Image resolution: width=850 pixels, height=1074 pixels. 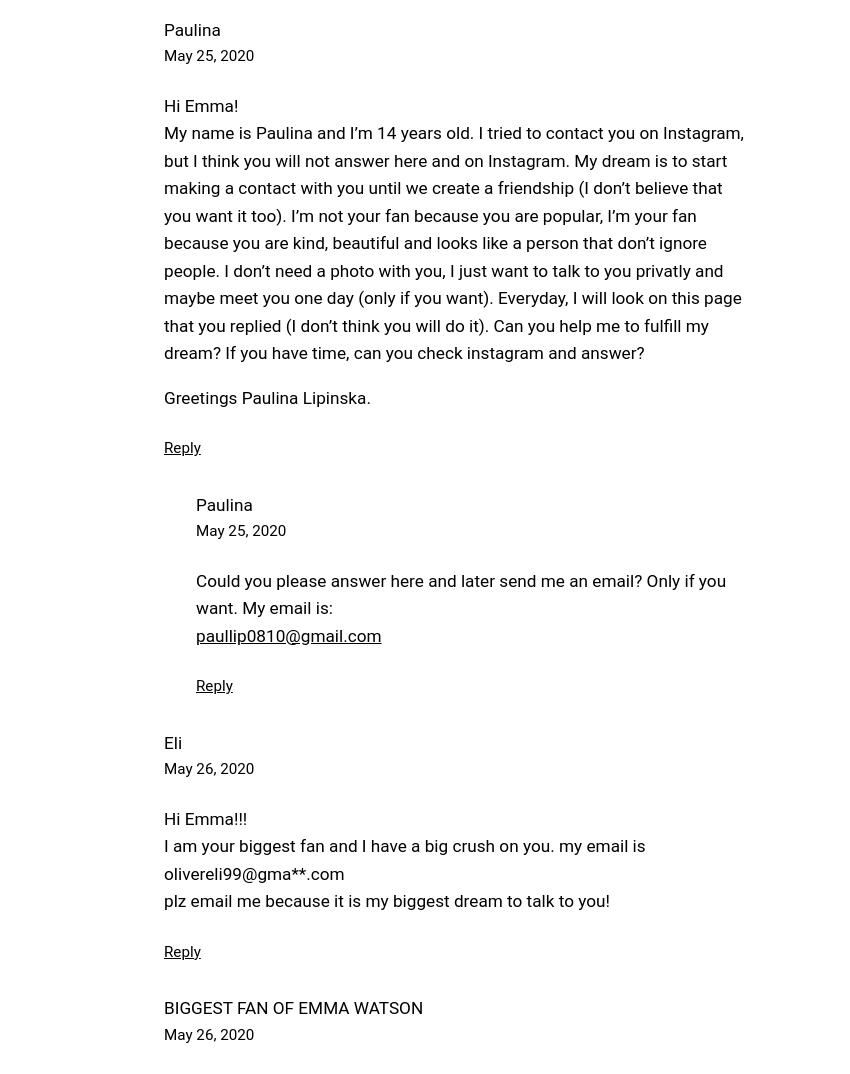 What do you see at coordinates (287, 634) in the screenshot?
I see `'paullip0810@gmail.com'` at bounding box center [287, 634].